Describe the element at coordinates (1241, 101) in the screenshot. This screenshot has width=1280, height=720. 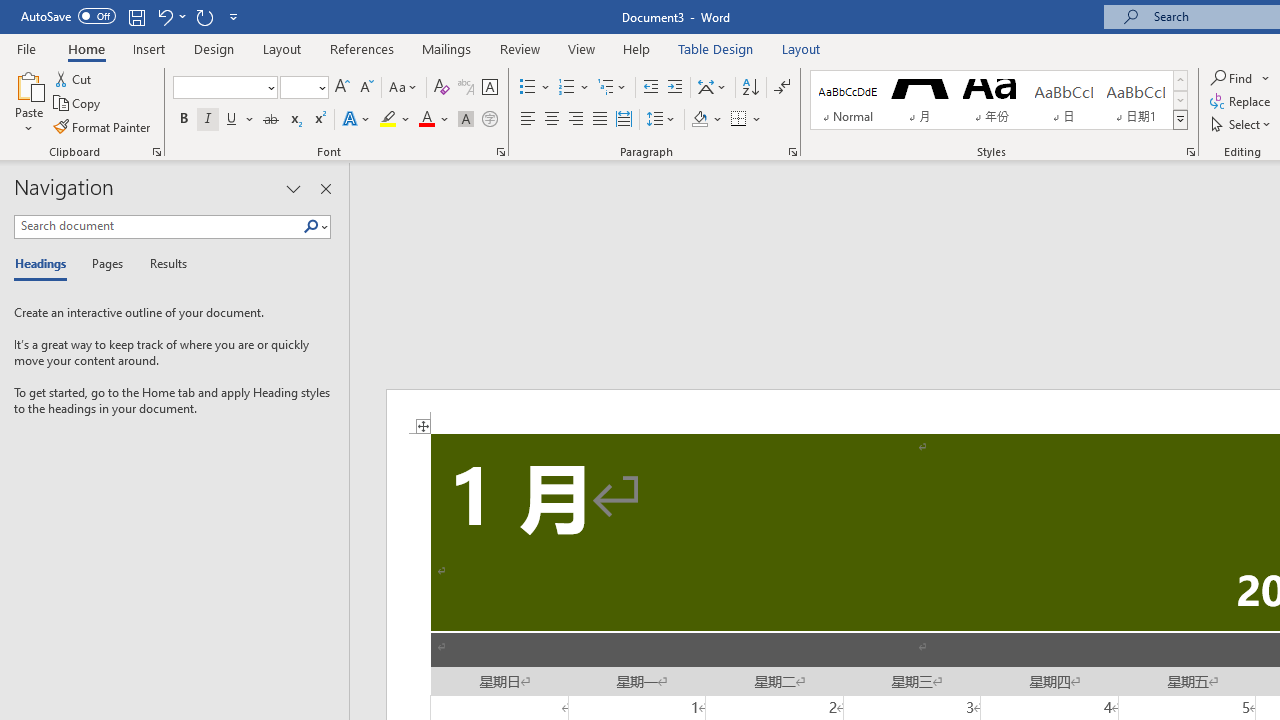
I see `'Replace...'` at that location.